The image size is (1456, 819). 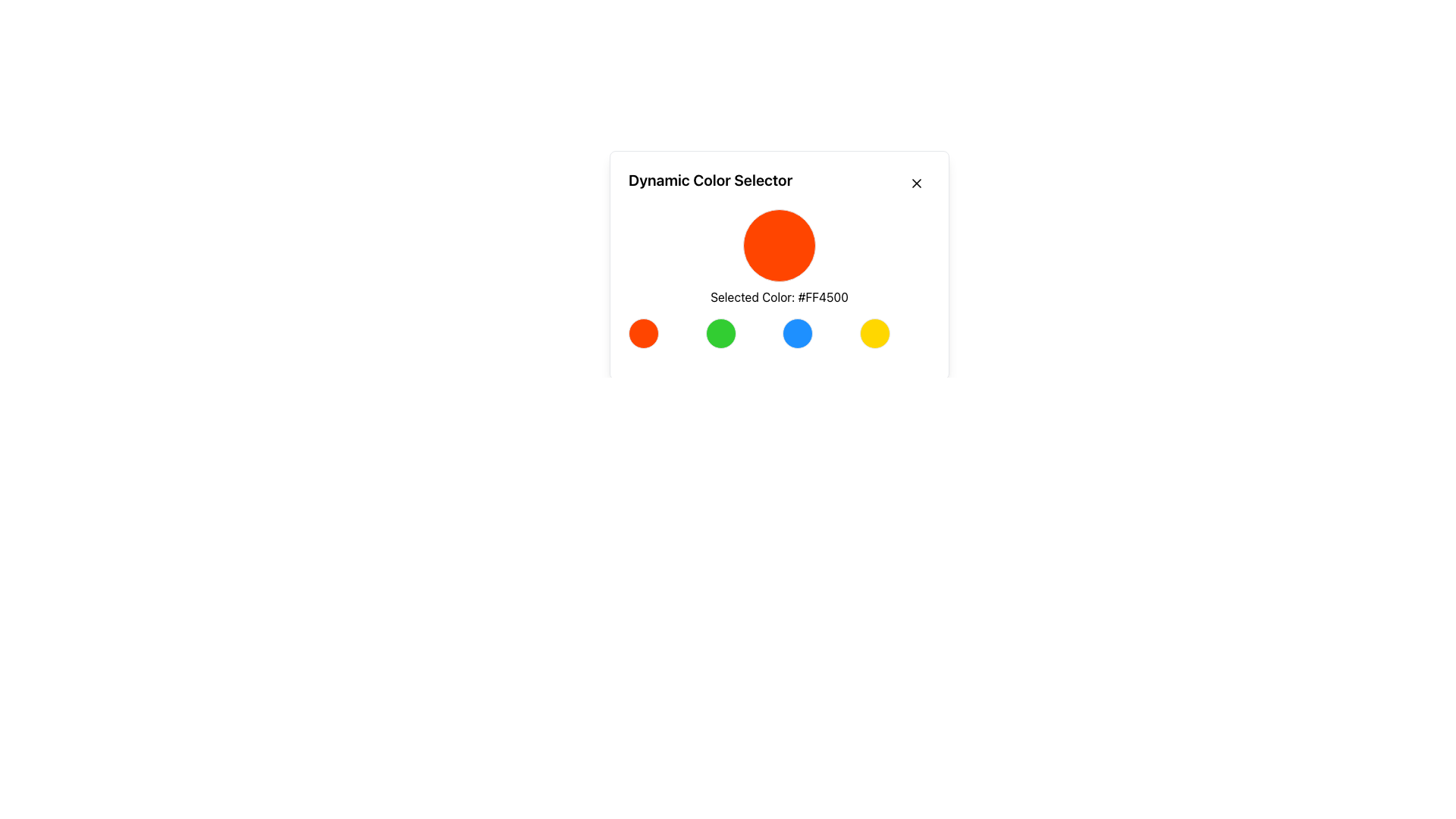 I want to click on the Close Icon, which is represented by an 'X' shape consisting of two diagonal lines, located in the top-right corner of the 'Dynamic Color Selector' card interface, so click(x=916, y=183).